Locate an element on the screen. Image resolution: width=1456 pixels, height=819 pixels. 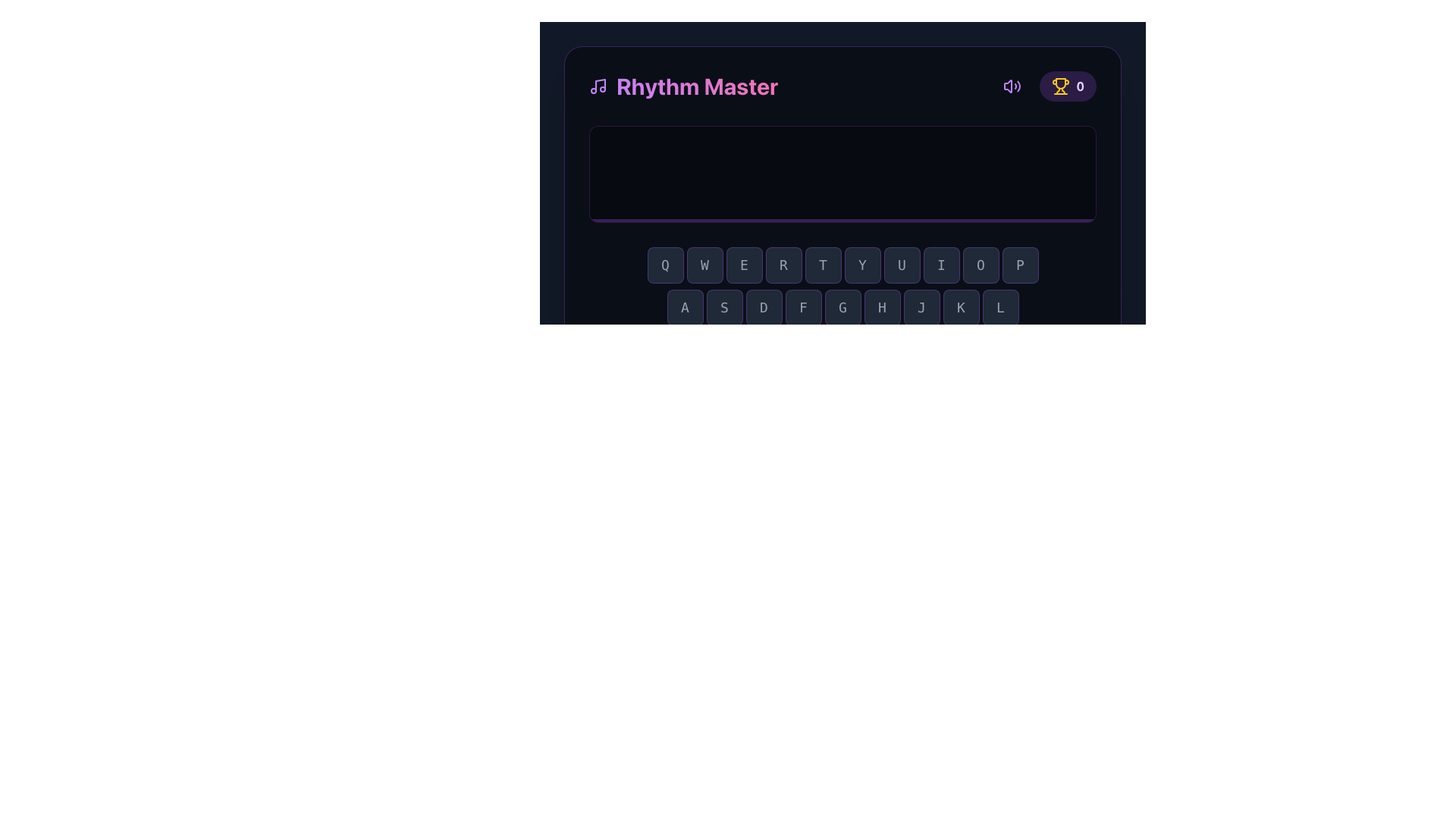
the virtual keyboard input row element to input the corresponding letter is located at coordinates (842, 265).